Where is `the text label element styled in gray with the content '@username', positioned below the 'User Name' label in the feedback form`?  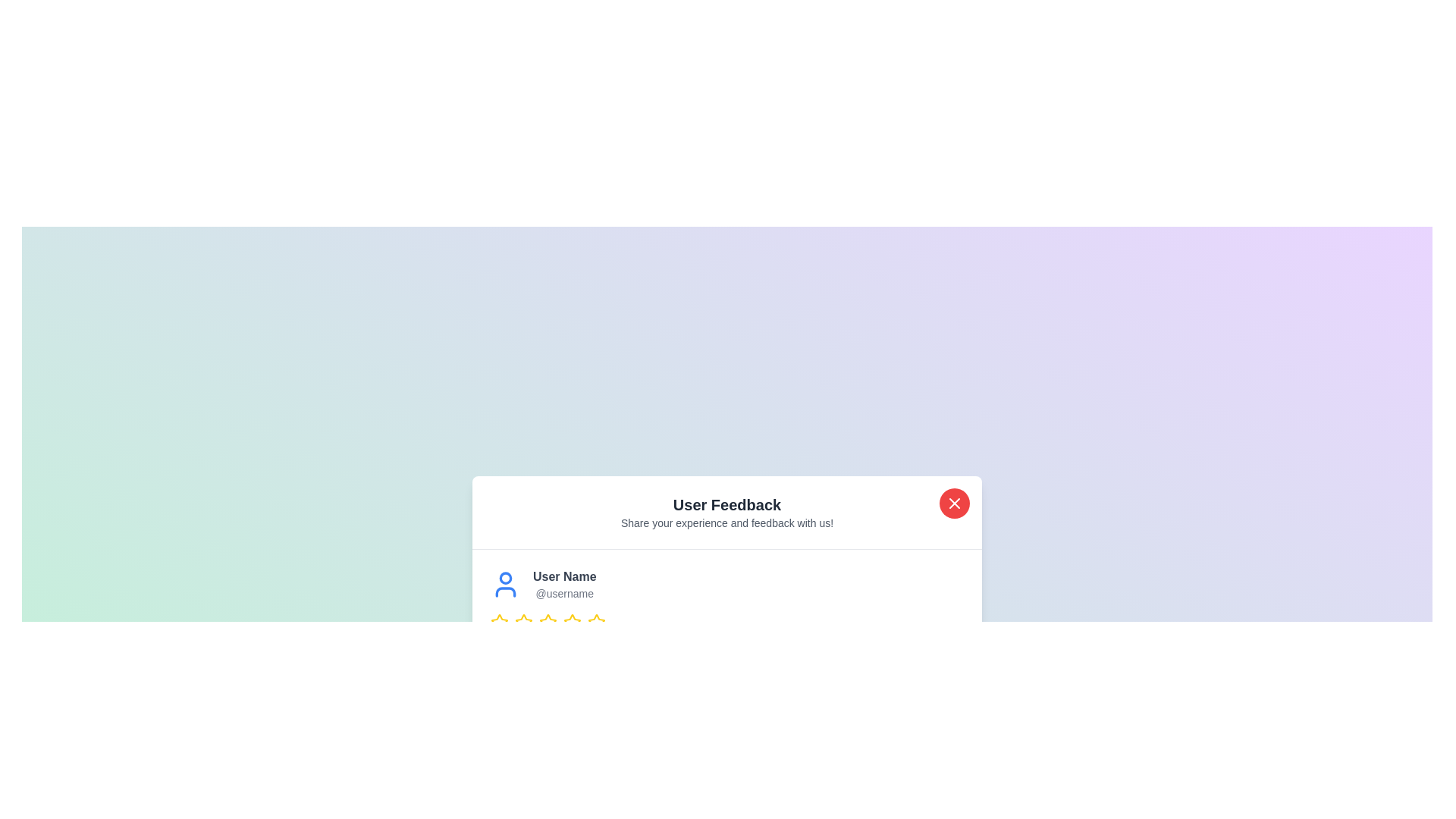 the text label element styled in gray with the content '@username', positioned below the 'User Name' label in the feedback form is located at coordinates (563, 592).